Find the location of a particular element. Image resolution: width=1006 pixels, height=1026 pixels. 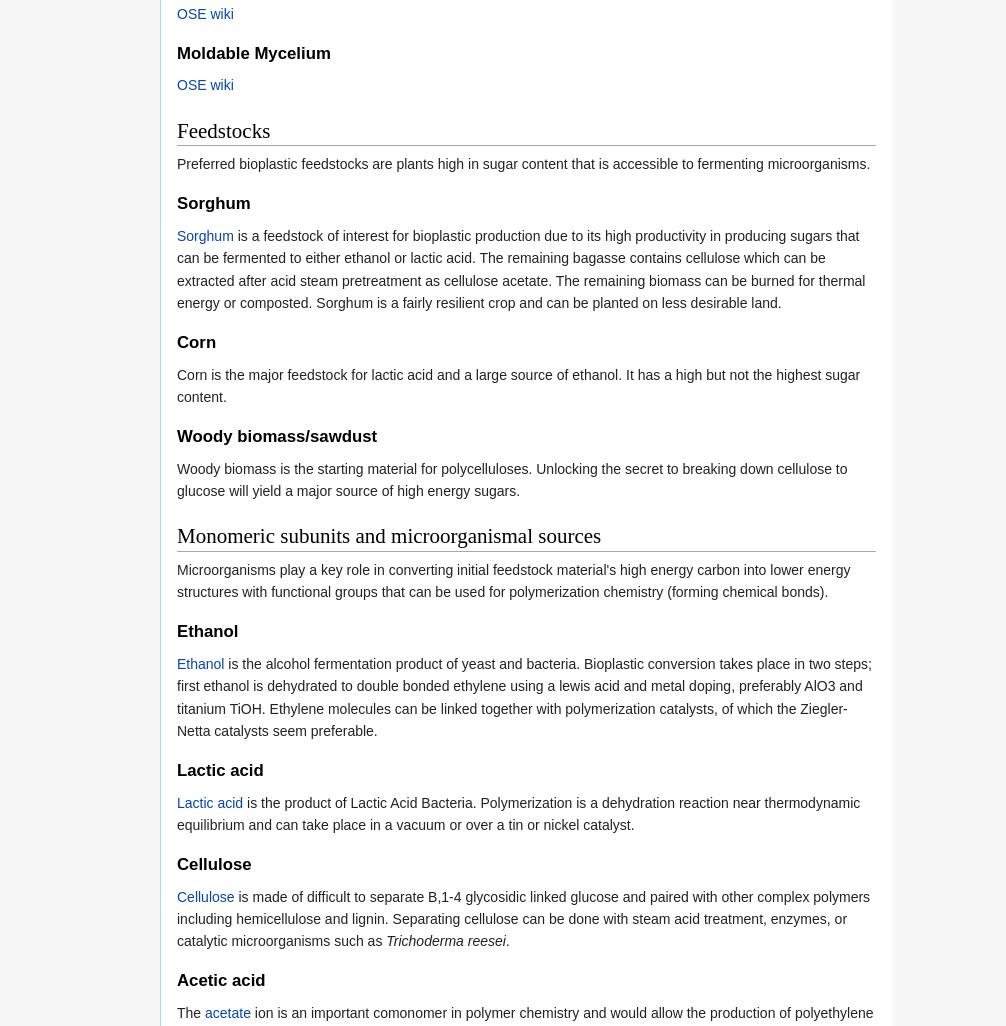

'The' is located at coordinates (176, 1011).